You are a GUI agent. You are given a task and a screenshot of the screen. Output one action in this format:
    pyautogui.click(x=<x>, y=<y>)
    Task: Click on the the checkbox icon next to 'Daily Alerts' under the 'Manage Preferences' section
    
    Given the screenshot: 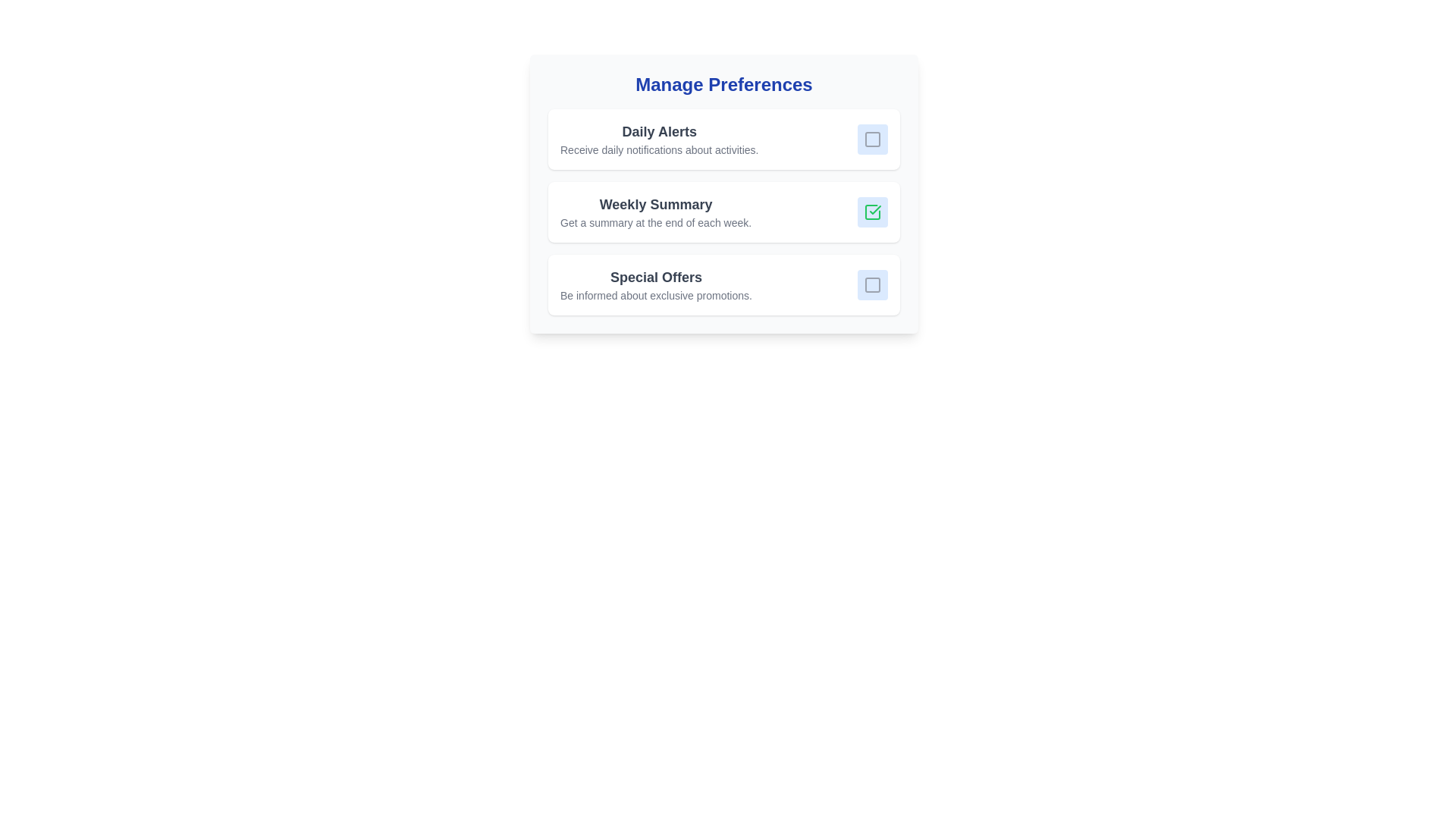 What is the action you would take?
    pyautogui.click(x=873, y=140)
    